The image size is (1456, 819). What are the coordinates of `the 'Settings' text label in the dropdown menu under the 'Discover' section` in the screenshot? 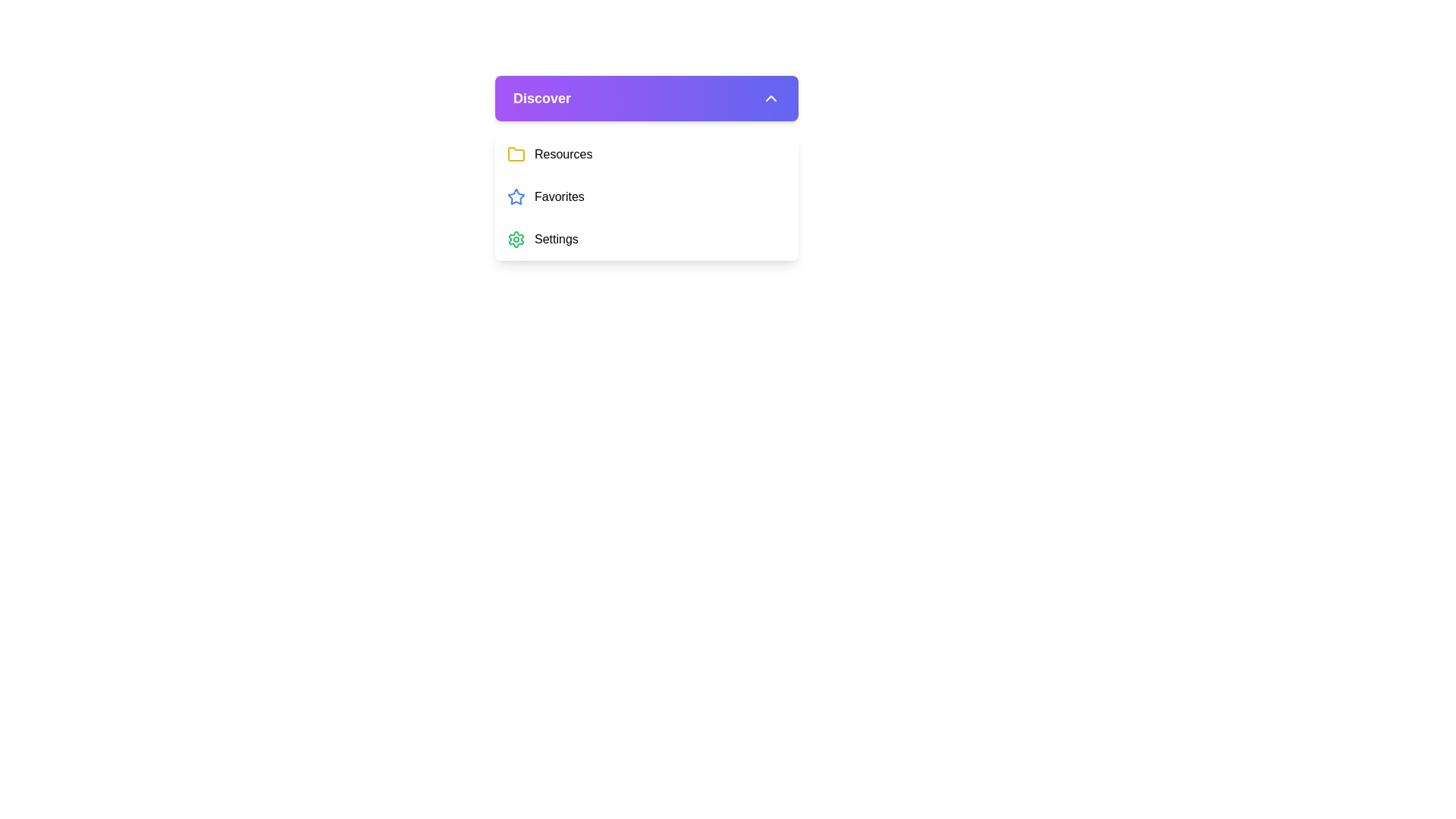 It's located at (555, 239).